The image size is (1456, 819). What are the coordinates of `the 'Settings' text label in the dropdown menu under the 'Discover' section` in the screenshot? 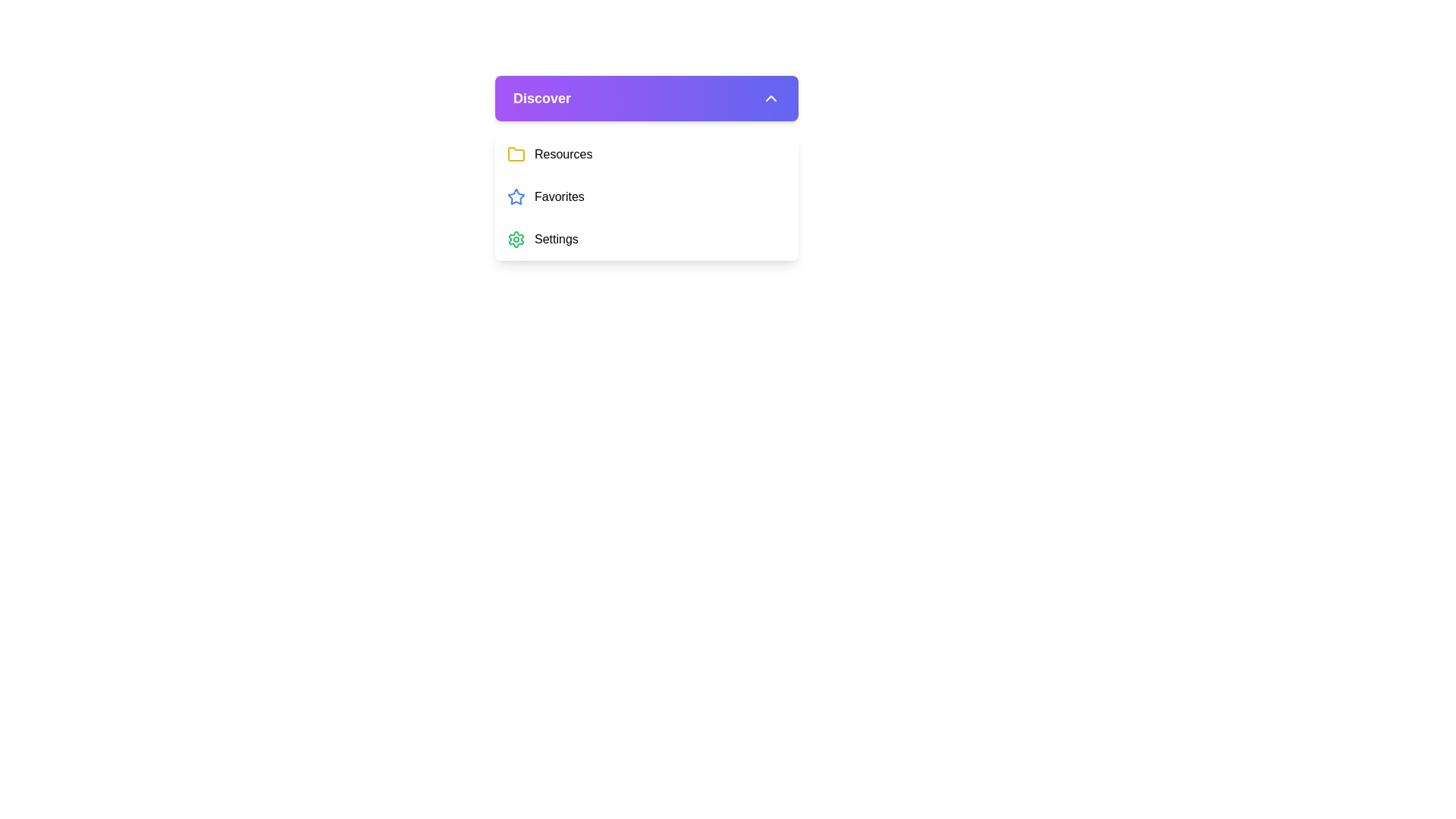 It's located at (555, 239).